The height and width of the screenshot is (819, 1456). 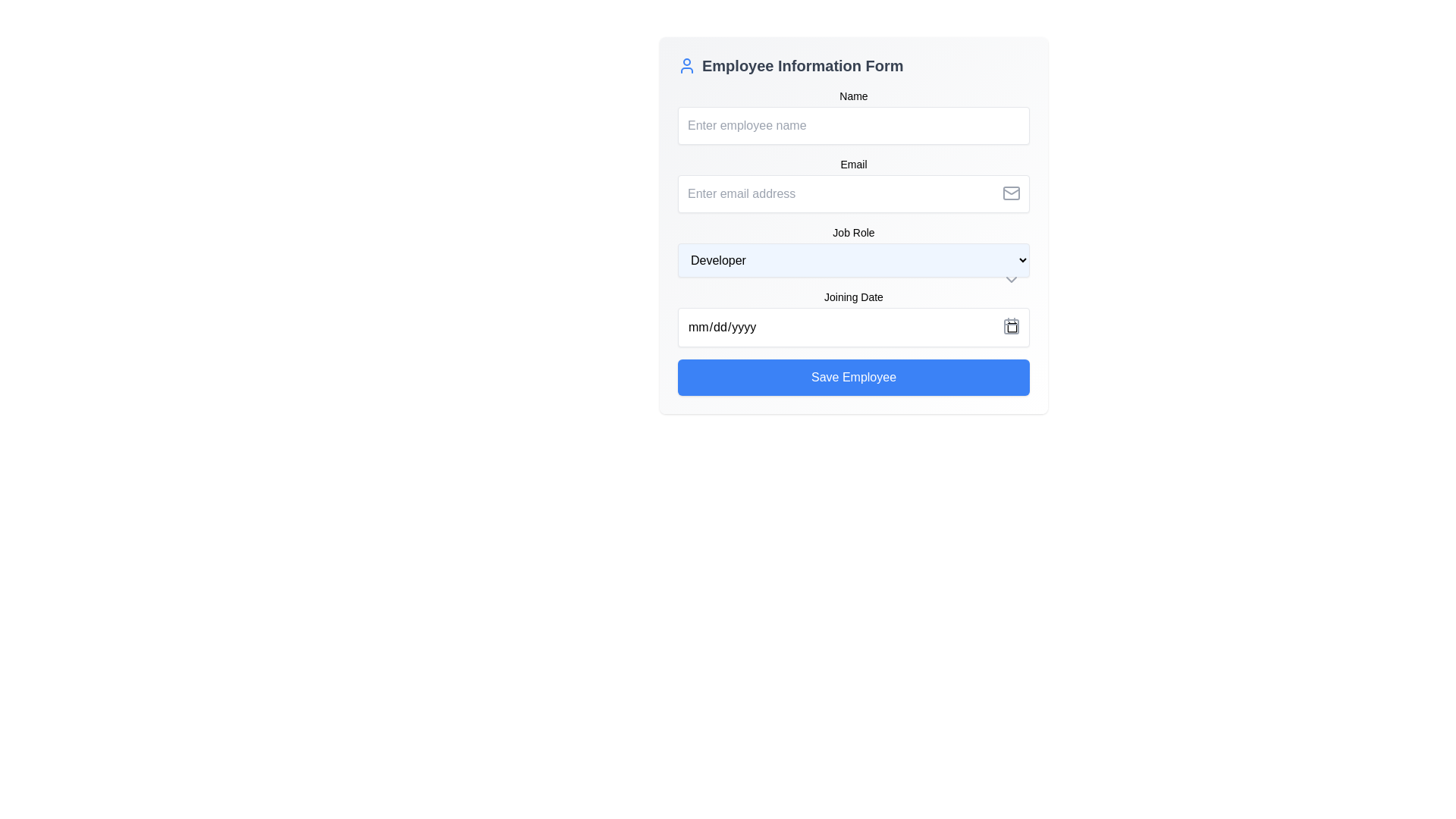 I want to click on the header text label with an accompanying icon at the top of the form that indicates the purpose of the employee information input form, so click(x=854, y=65).